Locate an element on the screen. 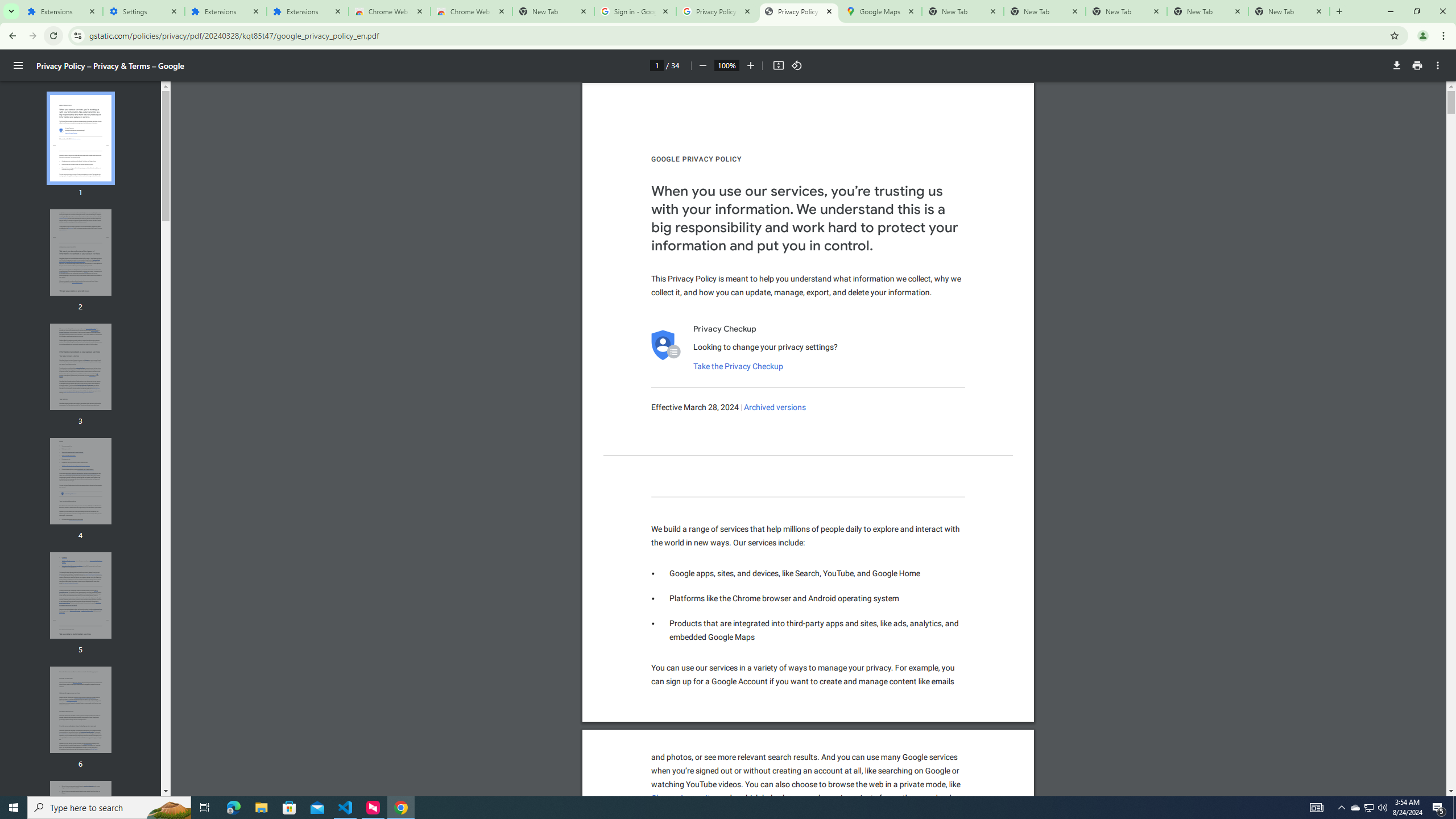  'Take the Privacy Checkup' is located at coordinates (737, 366).